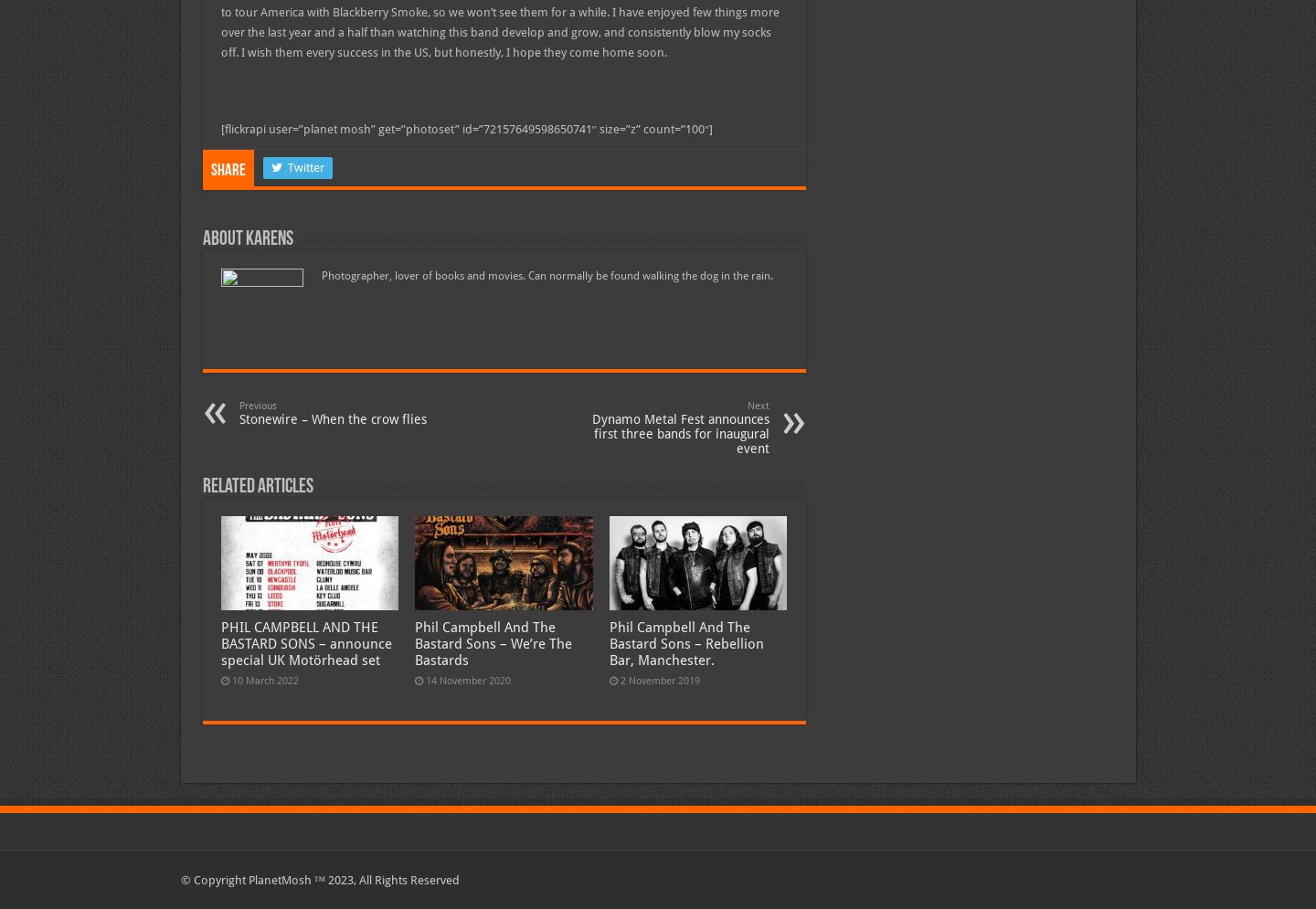  I want to click on 'About KarenS', so click(246, 239).